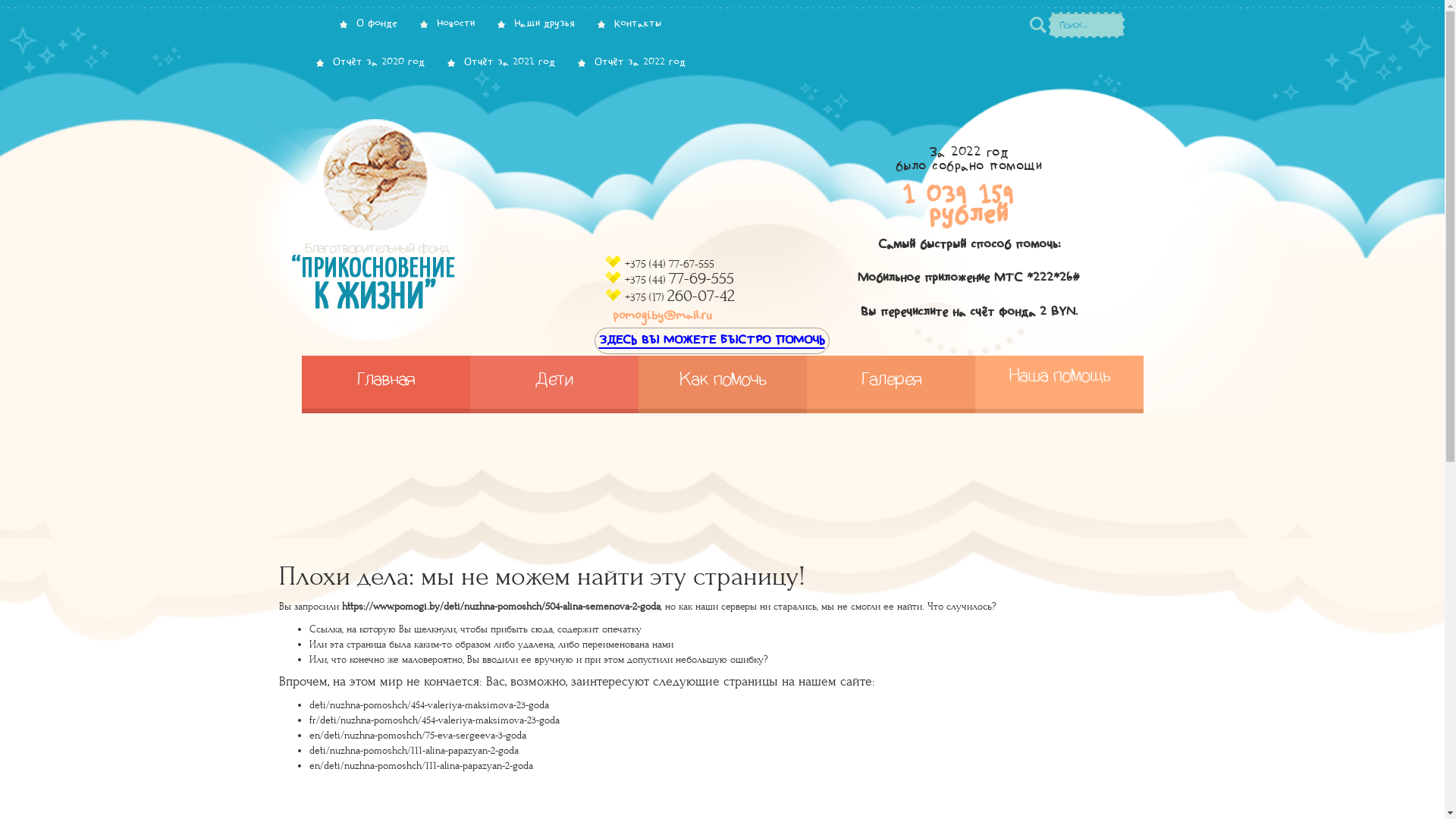 This screenshot has width=1456, height=819. Describe the element at coordinates (433, 719) in the screenshot. I see `'fr/deti/nuzhna-pomoshch/454-valeriya-maksimova-23-goda'` at that location.